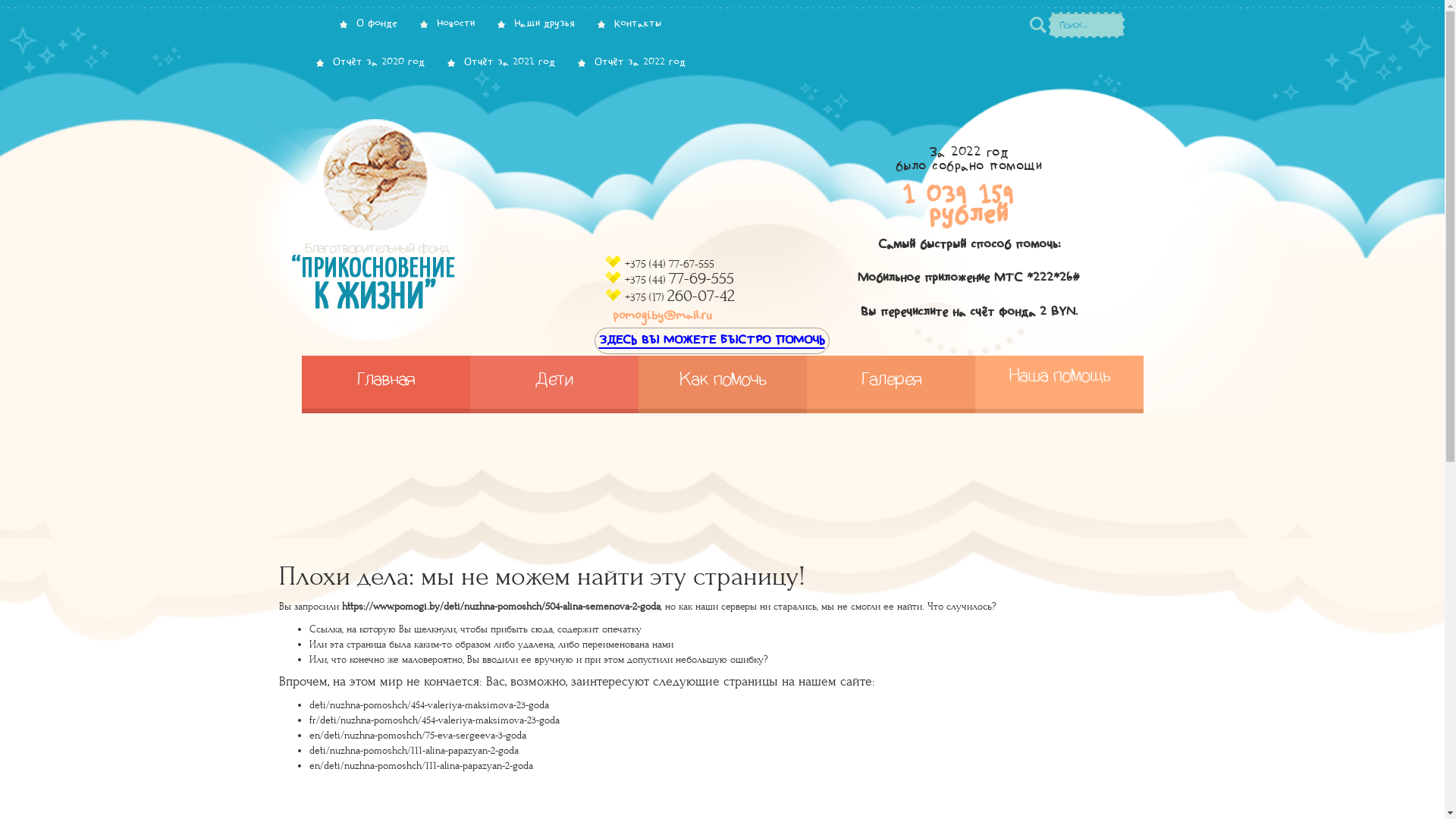 This screenshot has width=1456, height=819. Describe the element at coordinates (433, 719) in the screenshot. I see `'fr/deti/nuzhna-pomoshch/454-valeriya-maksimova-23-goda'` at that location.